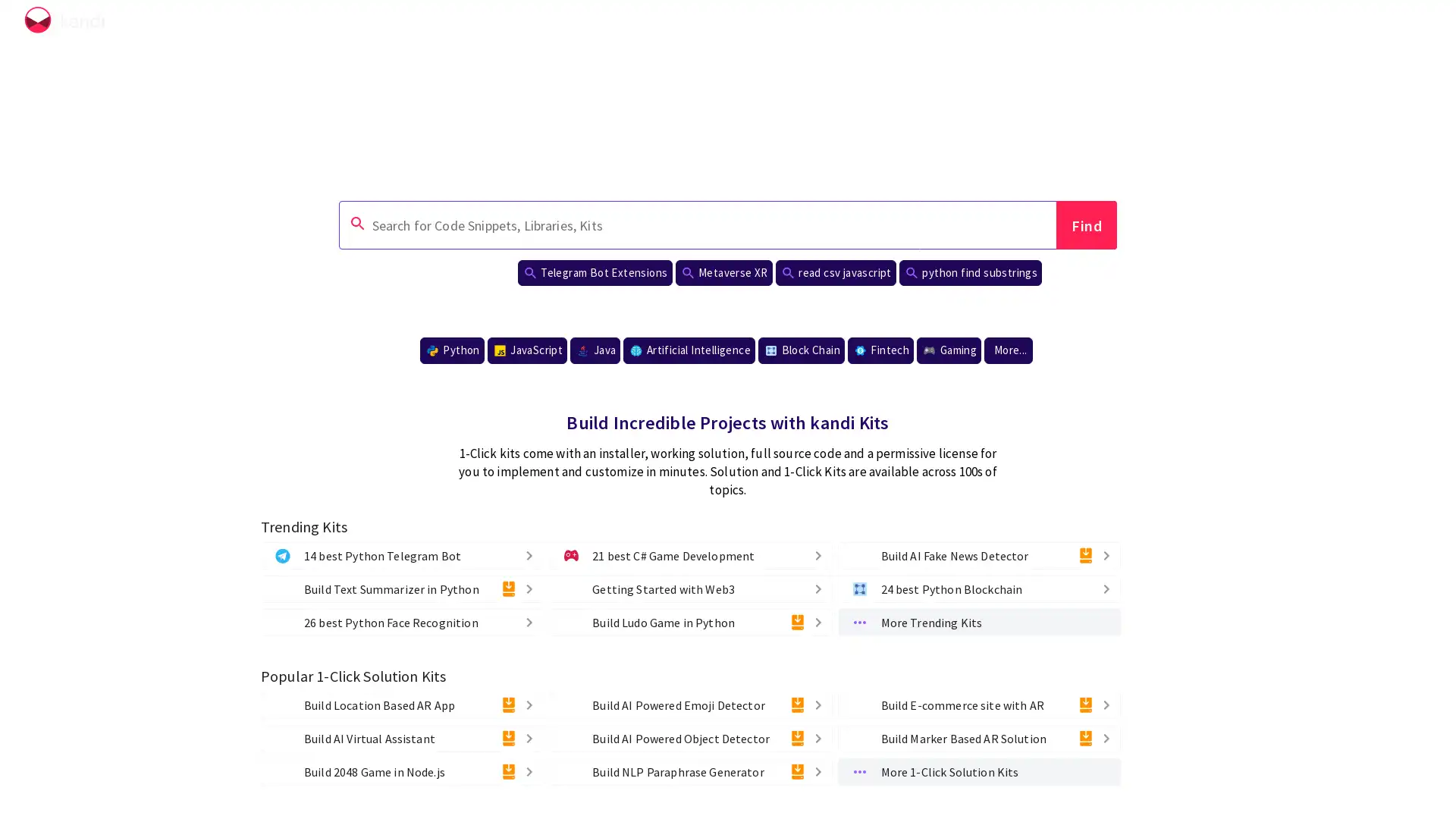 The image size is (1456, 819). I want to click on search icon Artificial Intelligence, so click(688, 350).